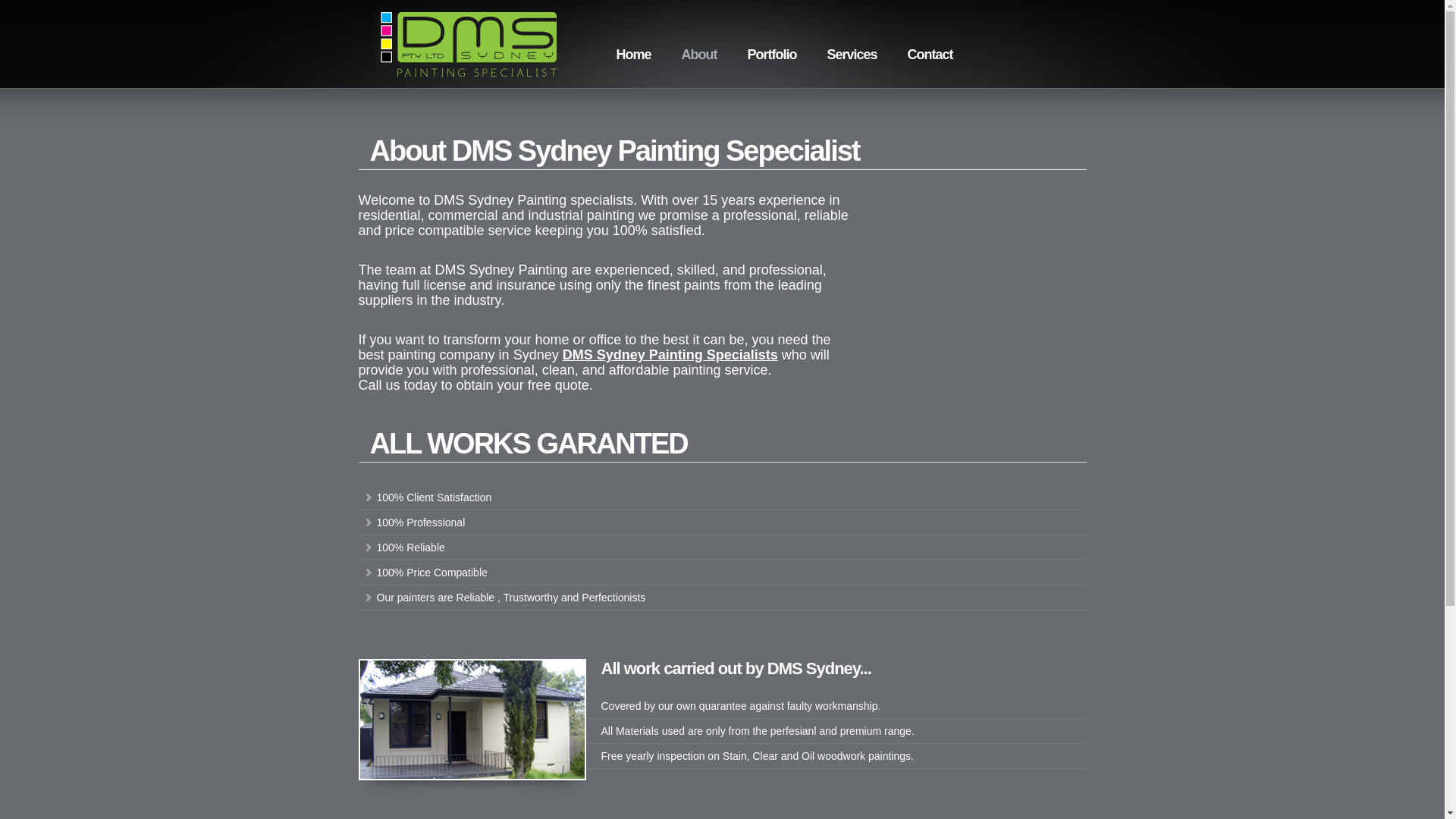  I want to click on 'Home', so click(633, 54).